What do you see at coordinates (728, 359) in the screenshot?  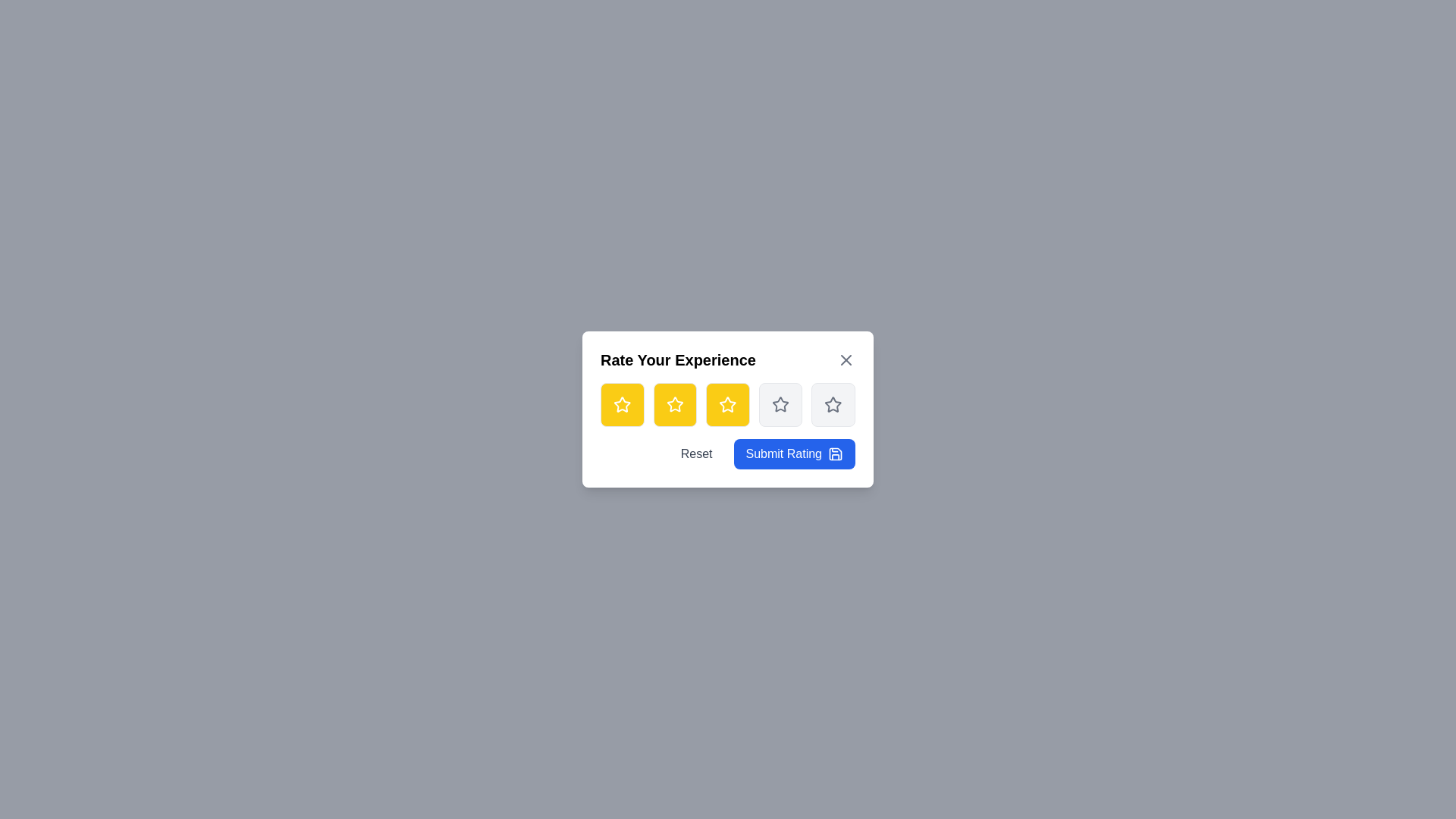 I see `the 'Rate Your Experience' title to simulate interaction` at bounding box center [728, 359].